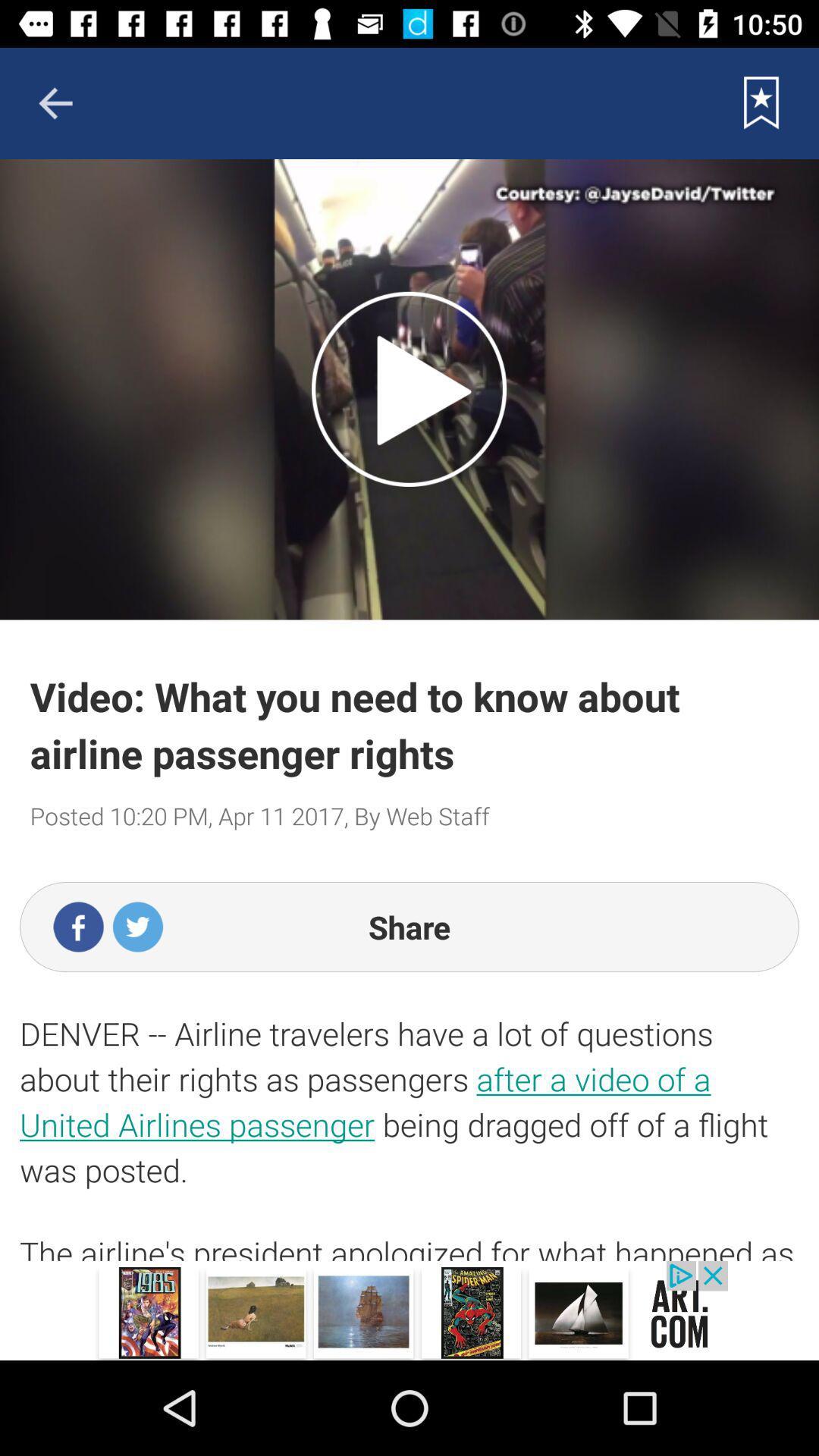  Describe the element at coordinates (761, 102) in the screenshot. I see `bookmark video` at that location.